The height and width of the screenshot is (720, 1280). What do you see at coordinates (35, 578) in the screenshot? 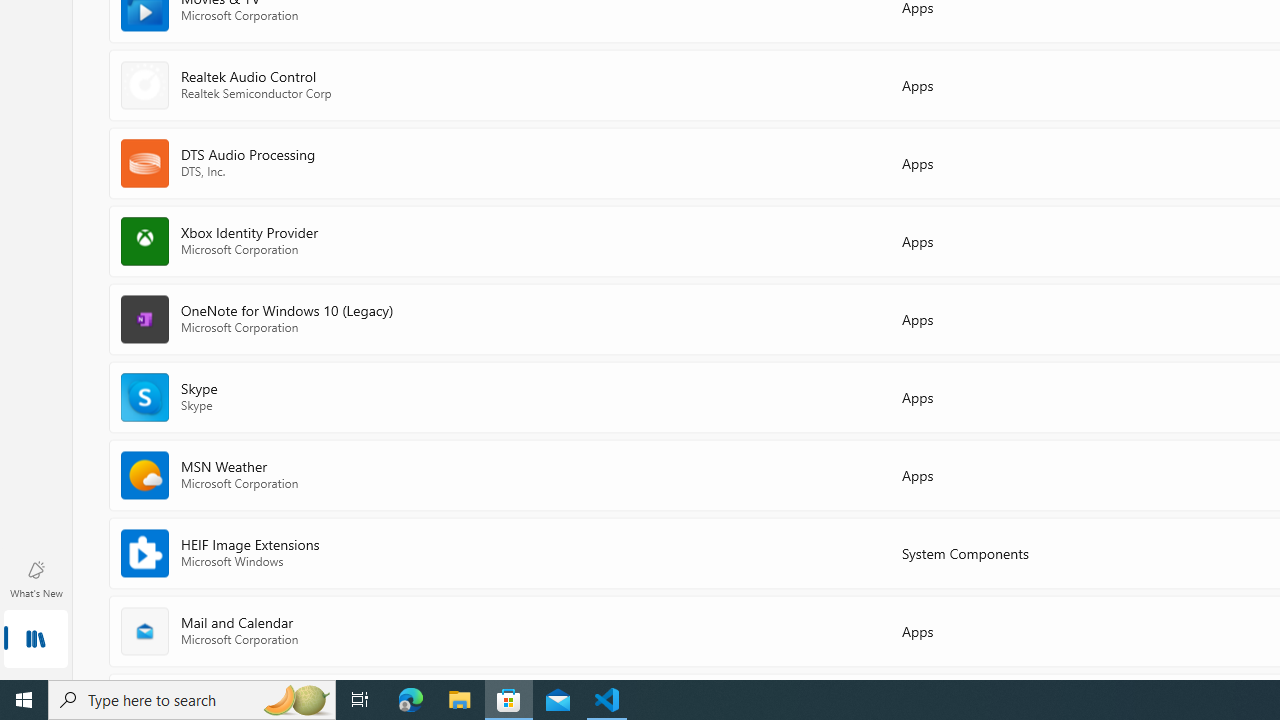
I see `'What'` at bounding box center [35, 578].